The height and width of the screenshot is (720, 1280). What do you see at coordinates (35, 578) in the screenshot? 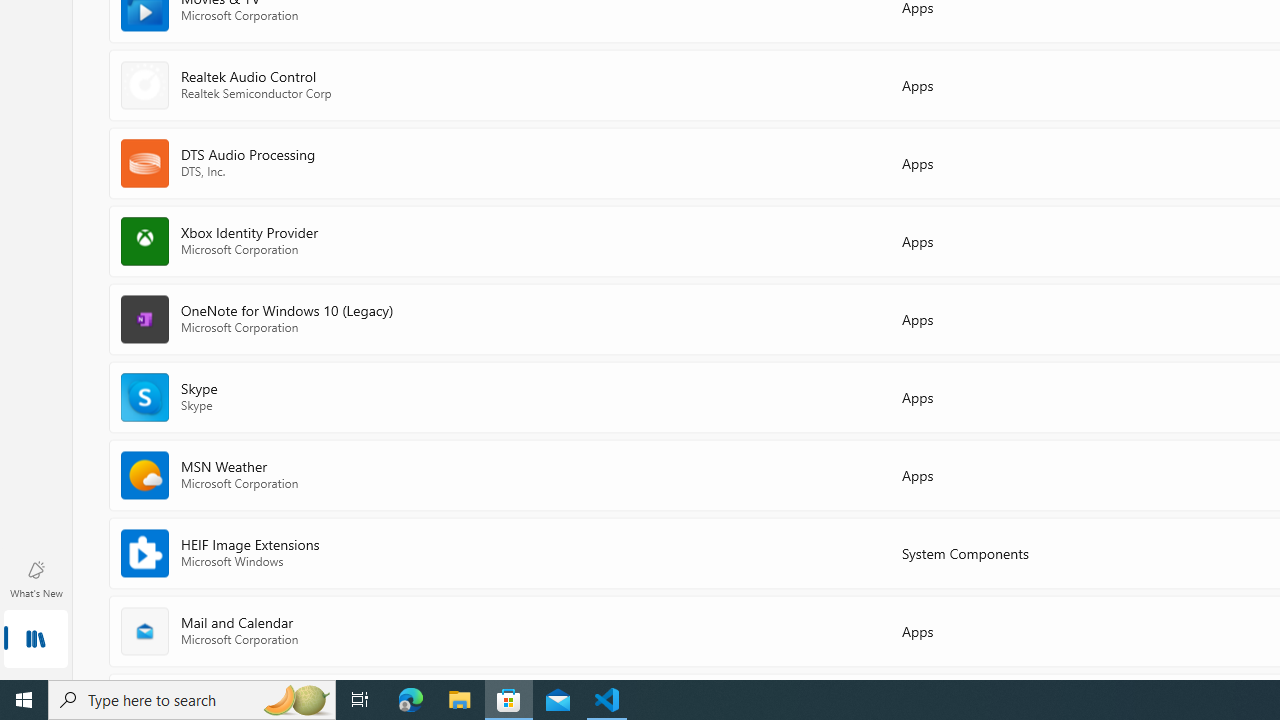
I see `'What'` at bounding box center [35, 578].